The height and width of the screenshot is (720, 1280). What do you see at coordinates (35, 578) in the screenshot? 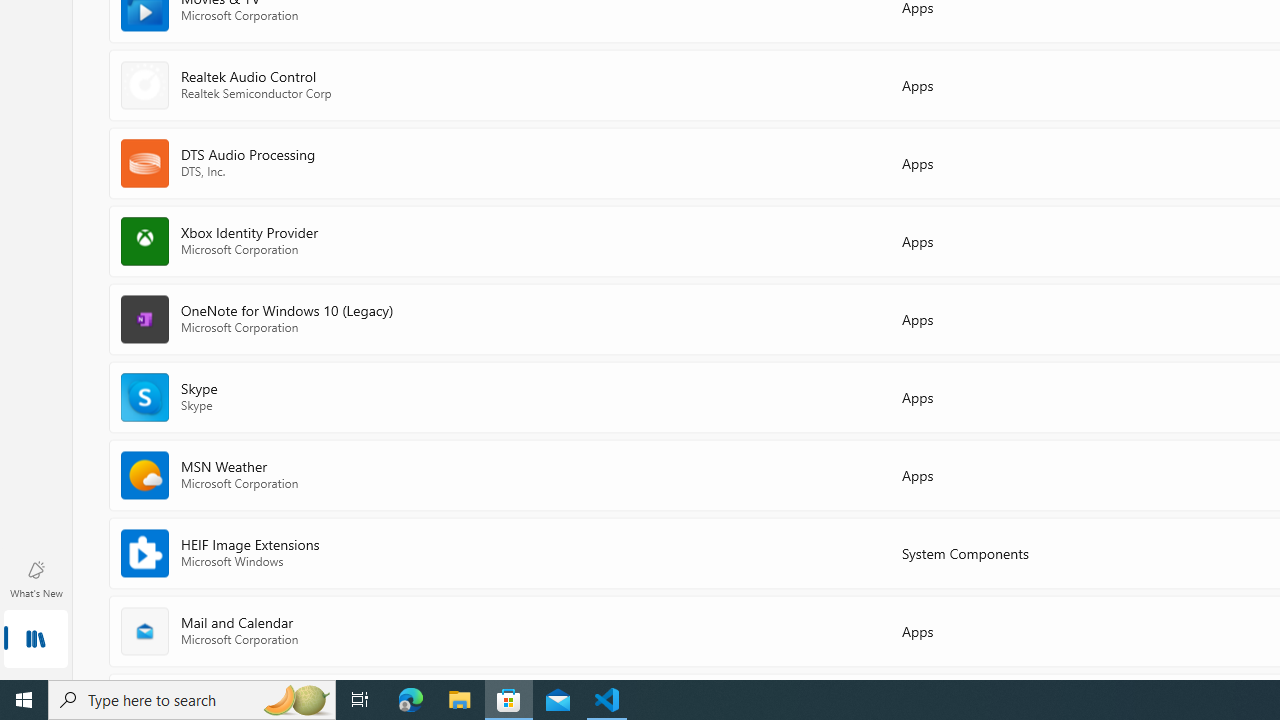
I see `'What'` at bounding box center [35, 578].